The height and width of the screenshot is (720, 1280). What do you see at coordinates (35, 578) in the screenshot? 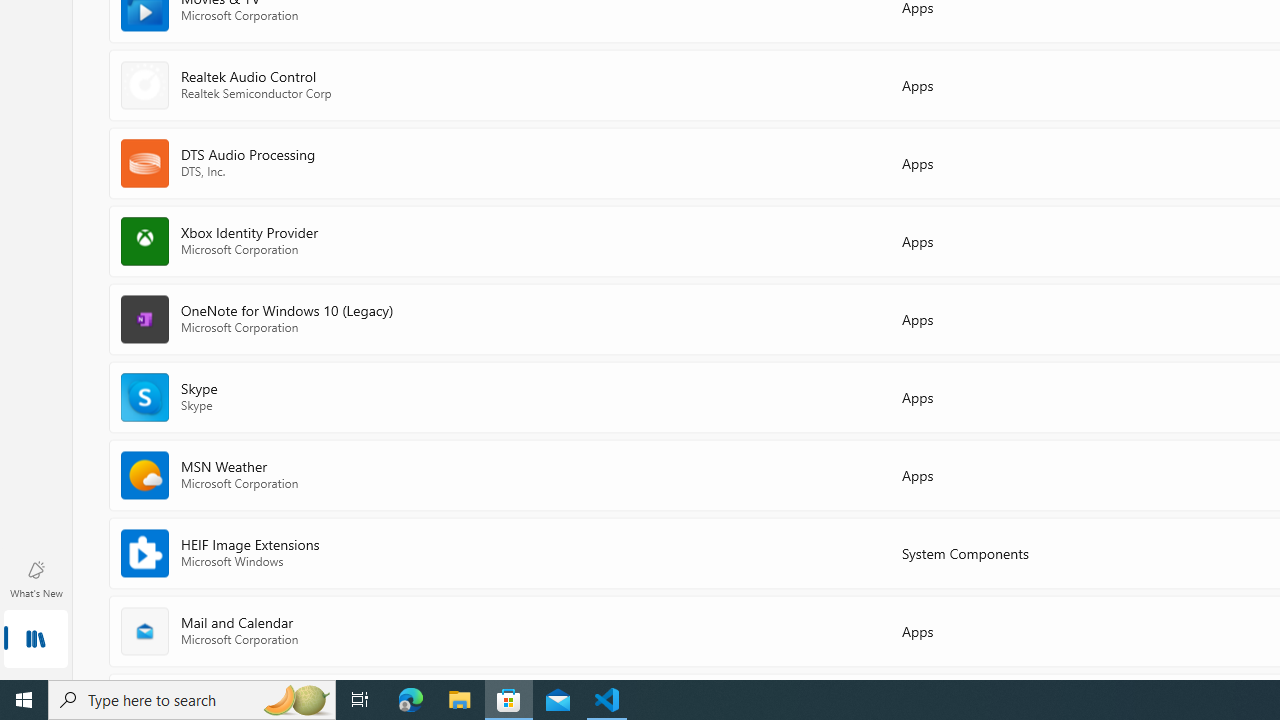
I see `'What'` at bounding box center [35, 578].